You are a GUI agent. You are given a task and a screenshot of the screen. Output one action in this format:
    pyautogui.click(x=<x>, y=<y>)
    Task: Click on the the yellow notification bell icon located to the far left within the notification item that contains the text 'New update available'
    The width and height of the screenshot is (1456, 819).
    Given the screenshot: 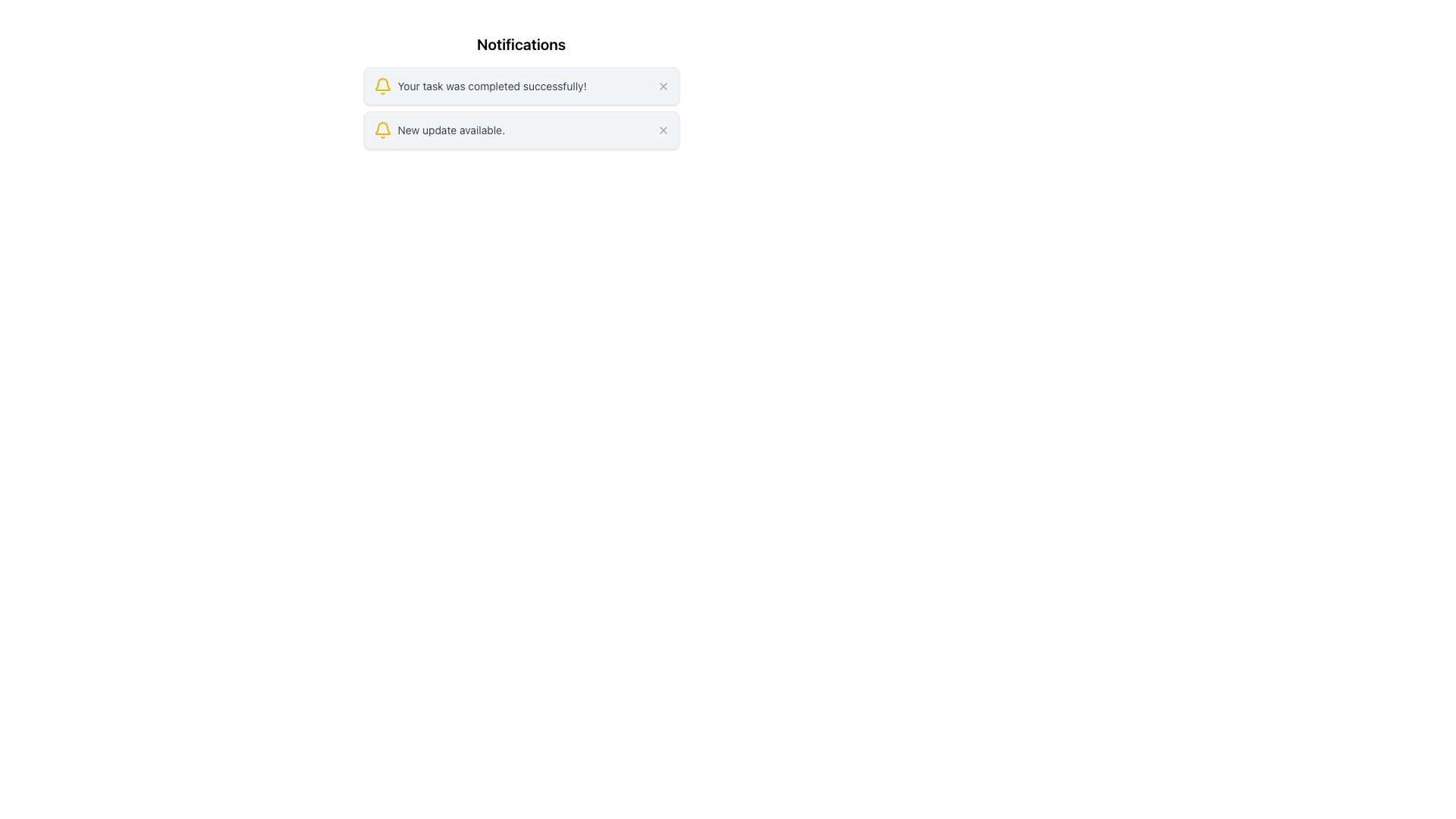 What is the action you would take?
    pyautogui.click(x=382, y=130)
    